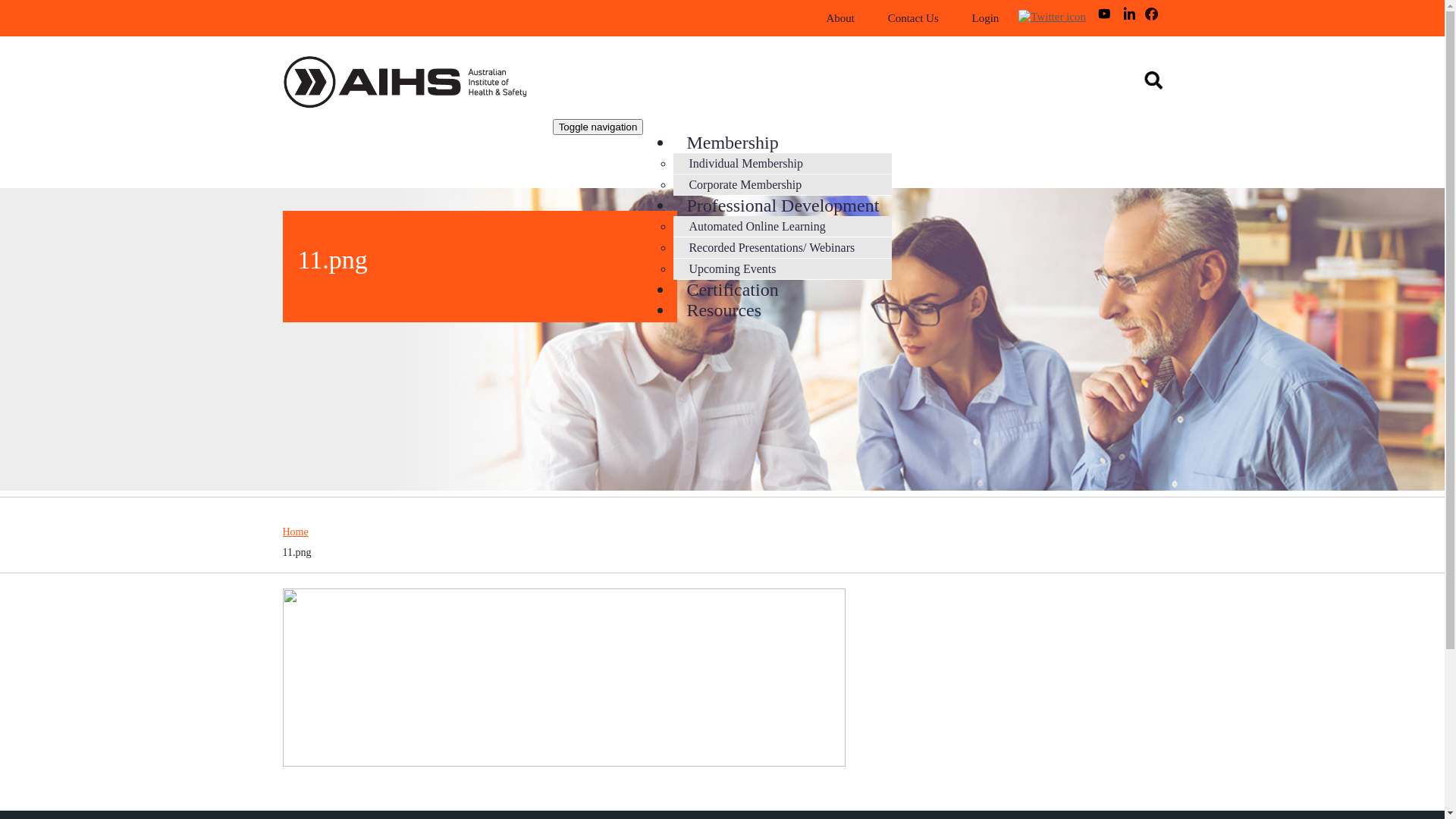  Describe the element at coordinates (757, 226) in the screenshot. I see `'Automated Online Learning'` at that location.